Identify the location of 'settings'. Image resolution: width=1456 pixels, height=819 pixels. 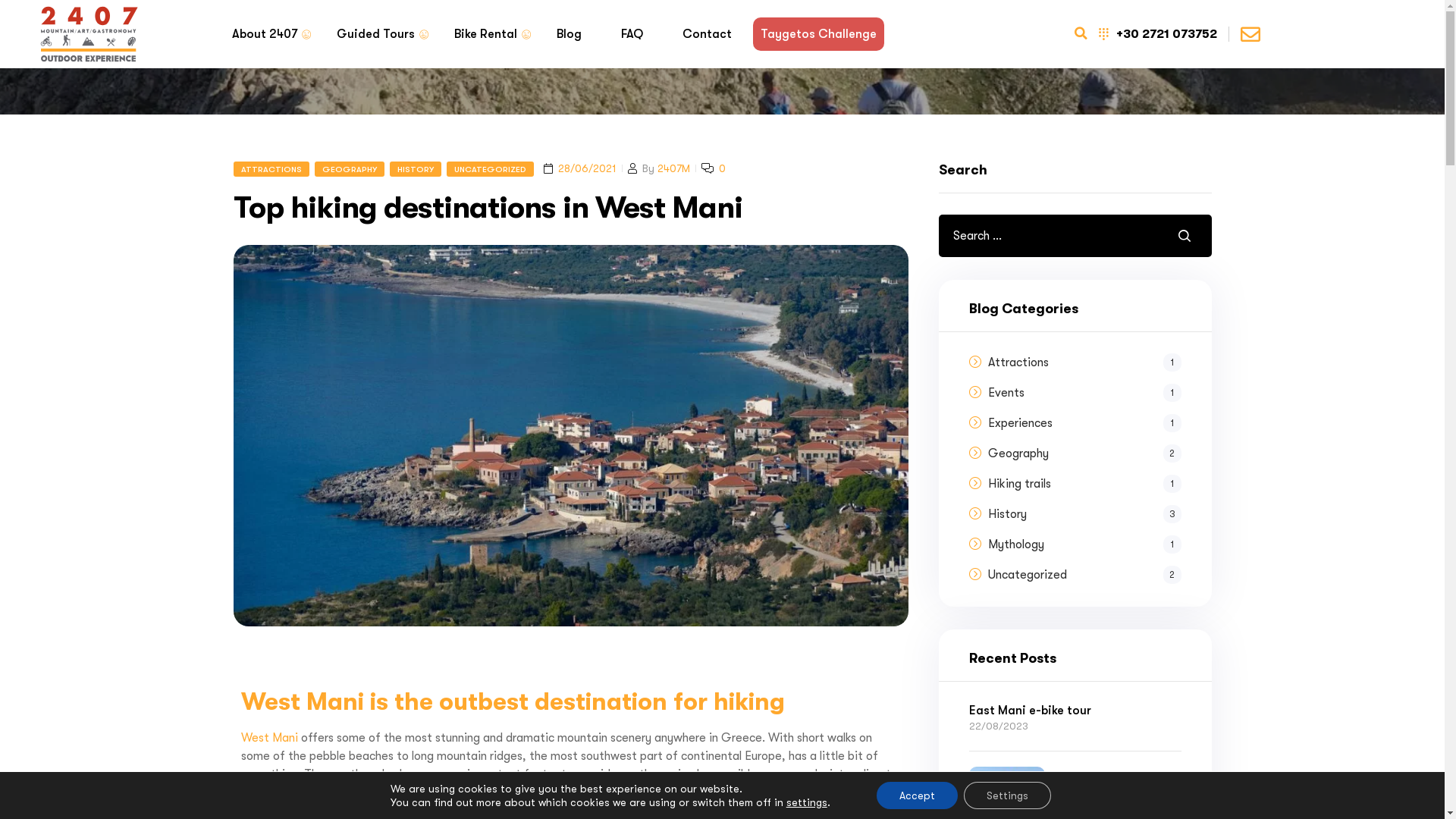
(806, 801).